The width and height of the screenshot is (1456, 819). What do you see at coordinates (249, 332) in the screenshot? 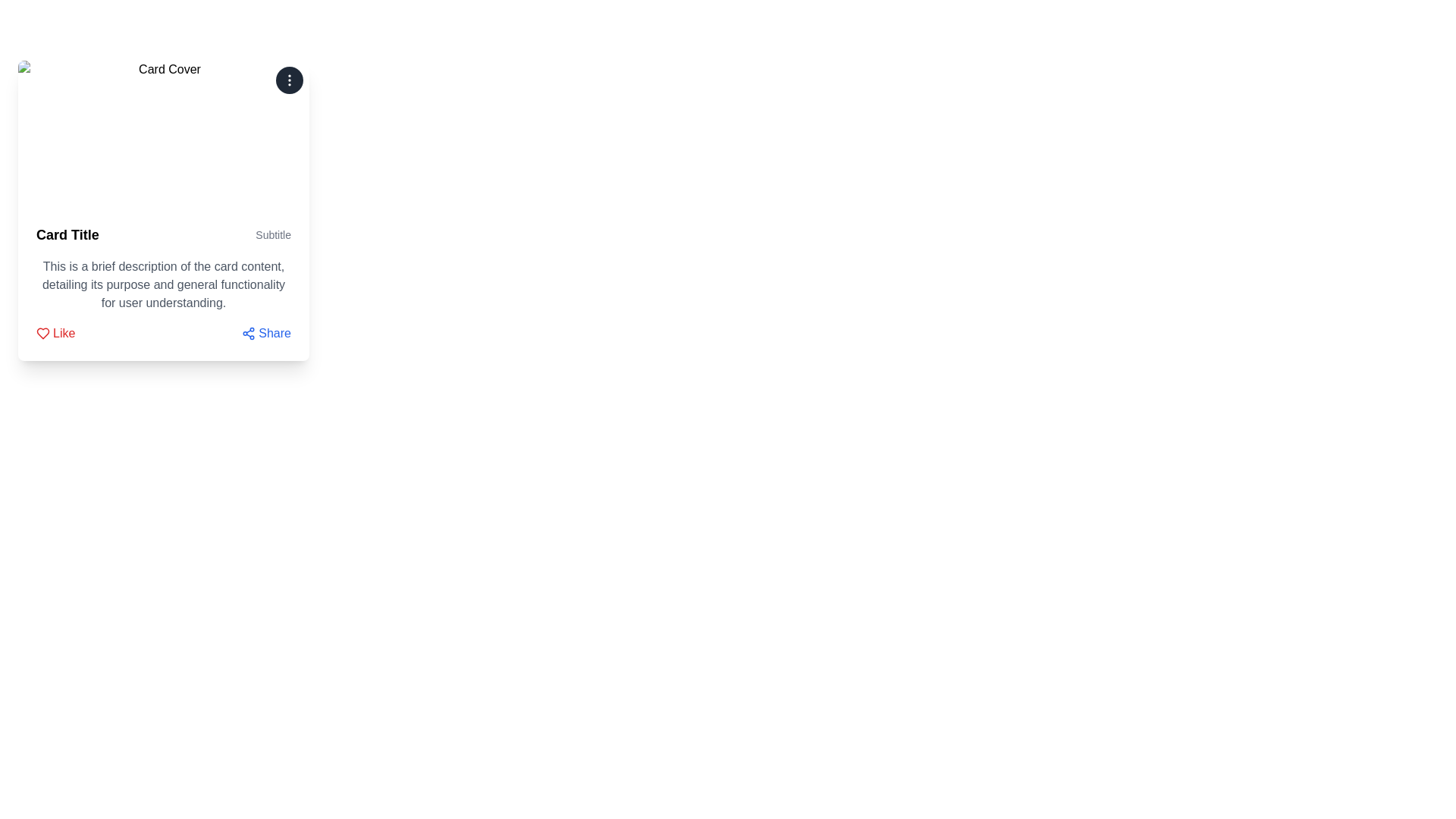
I see `the share icon button located at the bottom-right corner of the card, adjacent to the 'Share' label` at bounding box center [249, 332].